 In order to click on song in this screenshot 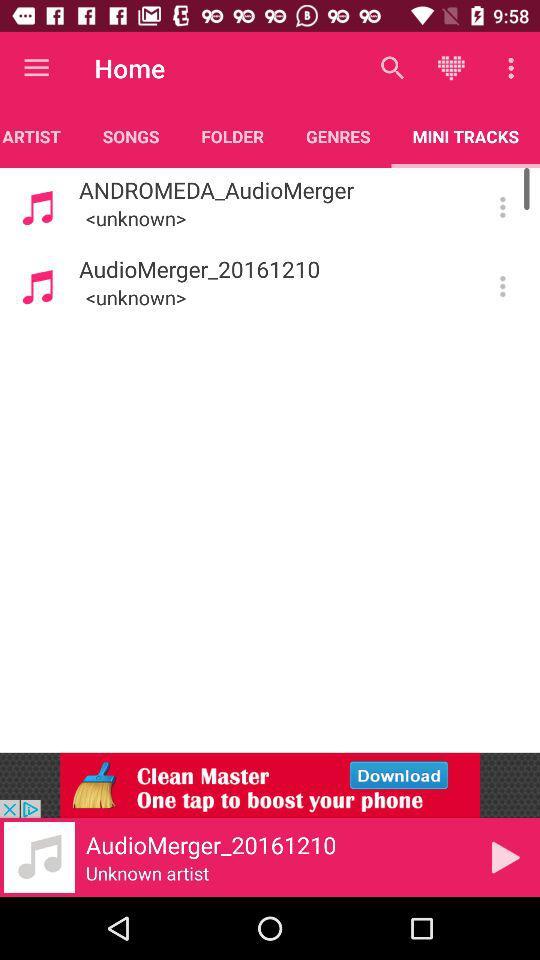, I will do `click(504, 856)`.